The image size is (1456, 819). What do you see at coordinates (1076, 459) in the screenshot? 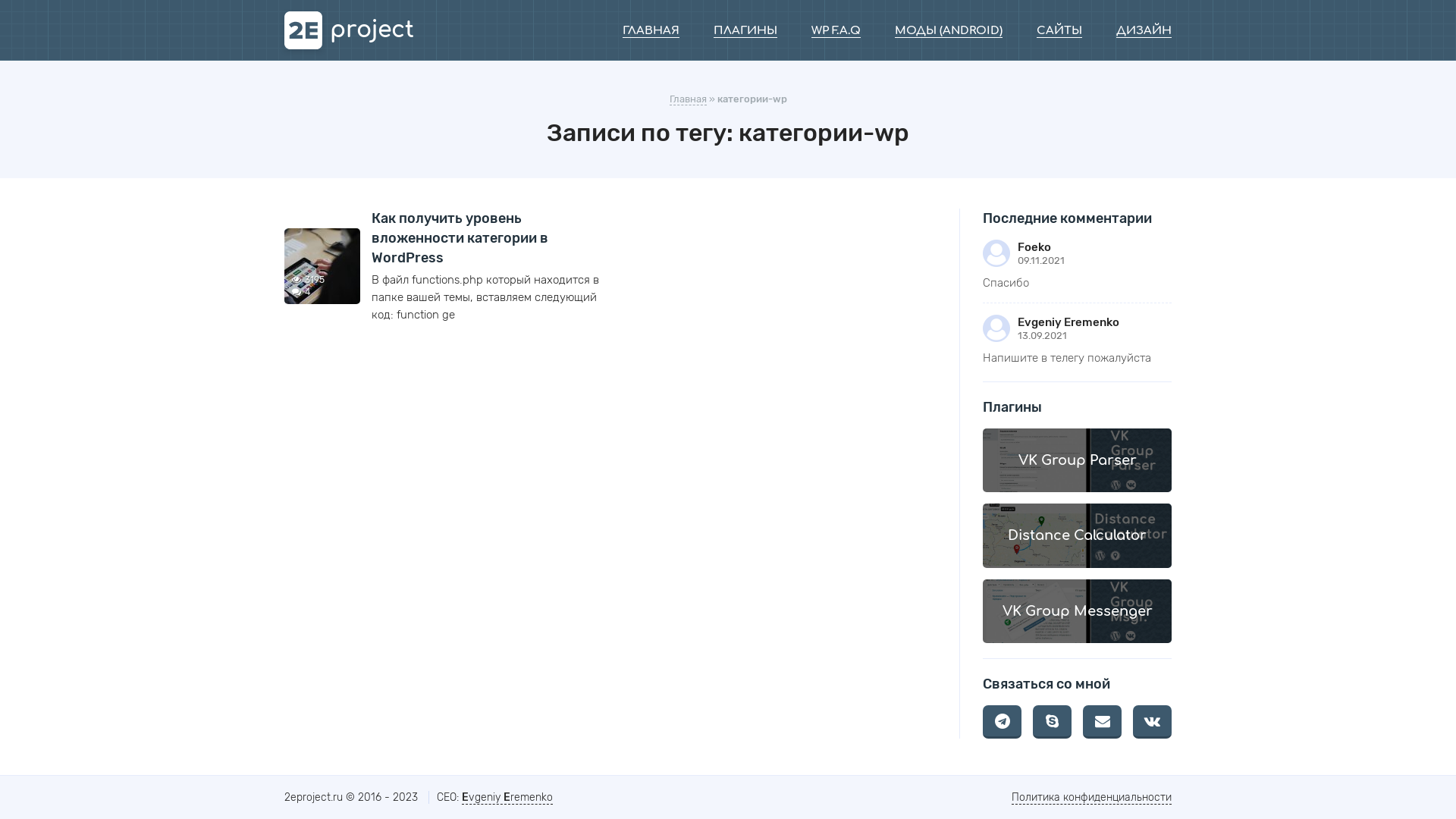
I see `'VK Group Parser'` at bounding box center [1076, 459].